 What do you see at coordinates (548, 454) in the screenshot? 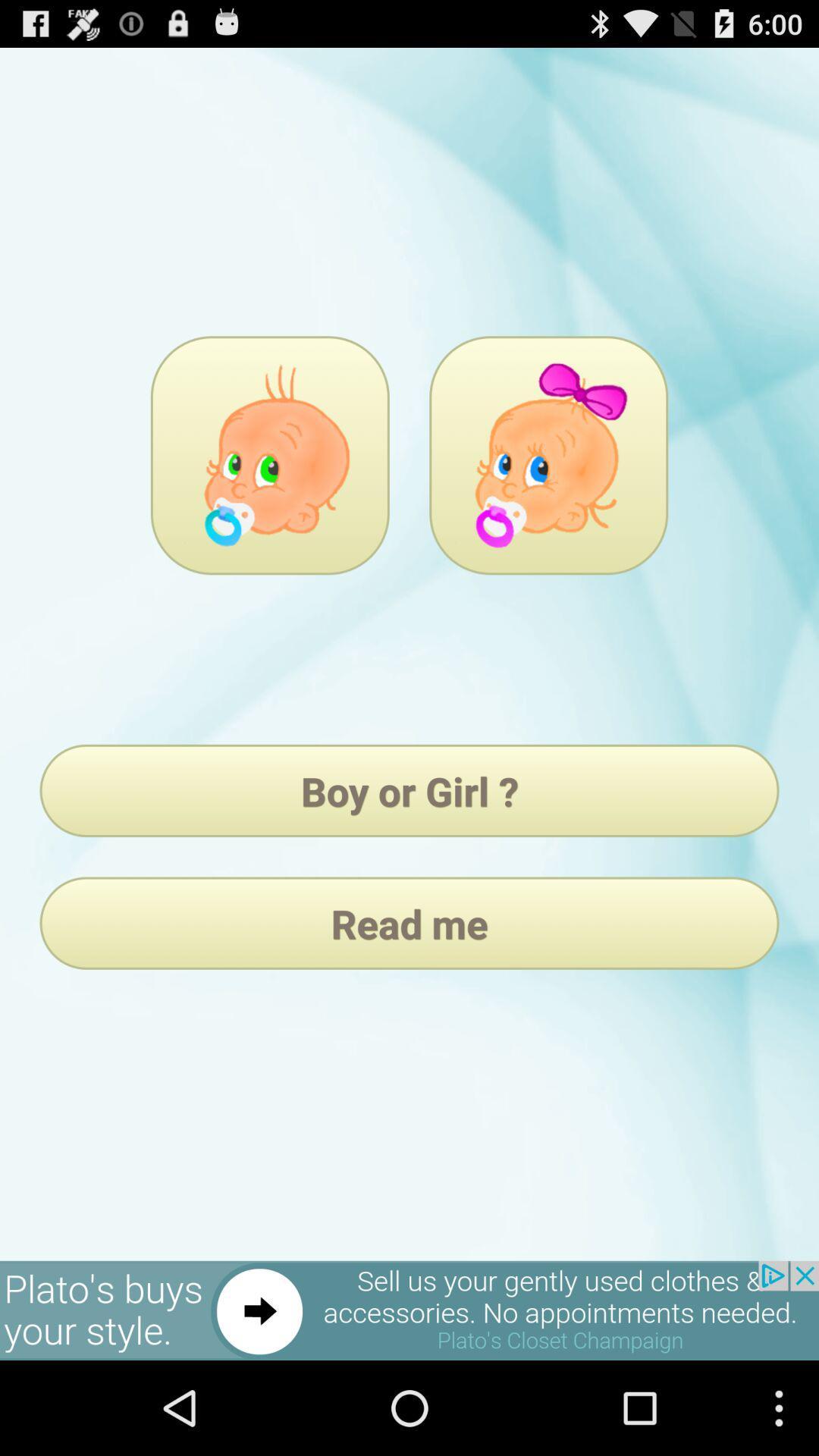
I see `pick girl as gender` at bounding box center [548, 454].